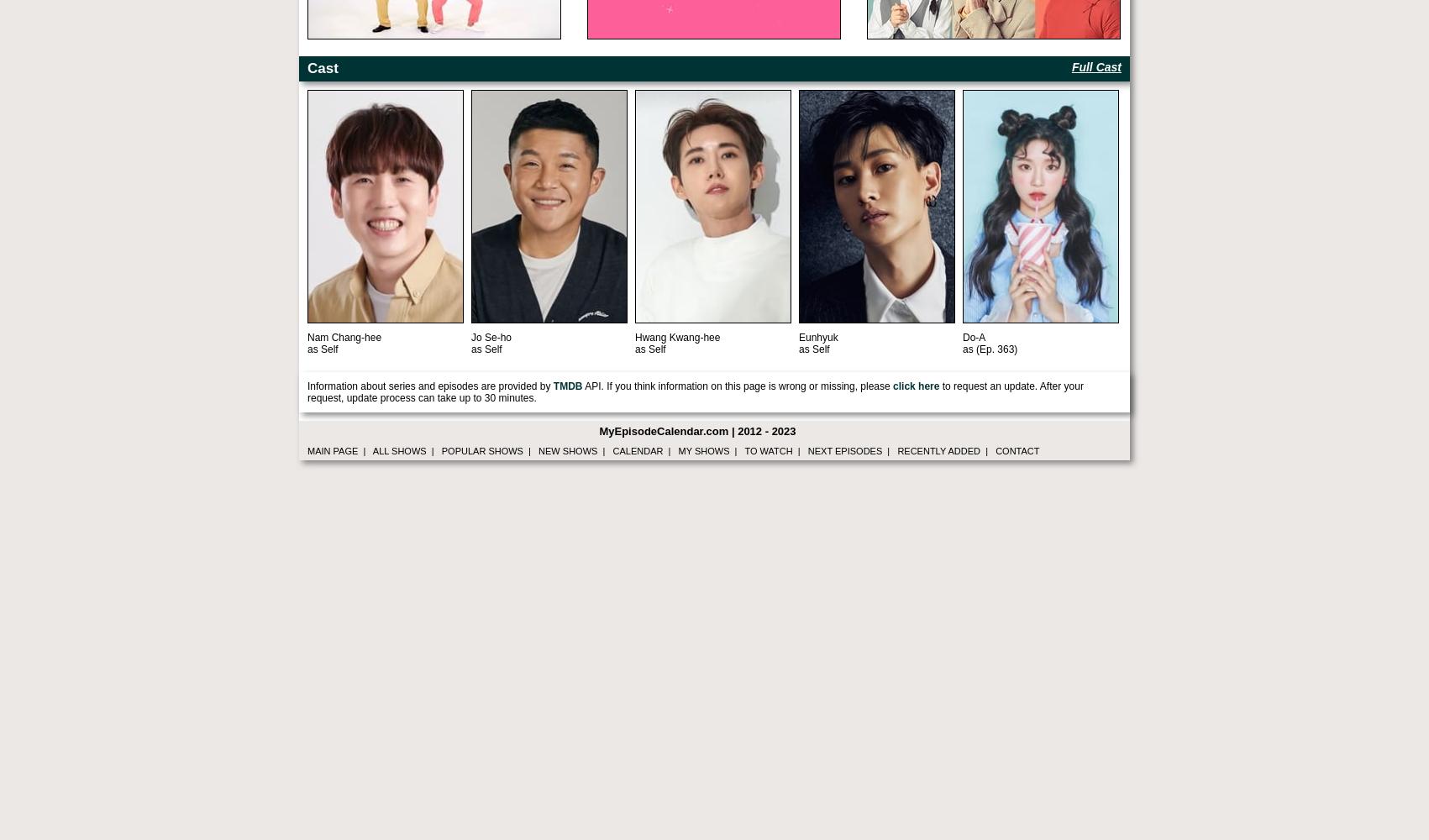 This screenshot has height=840, width=1429. I want to click on 'RECENTLY ADDED', so click(938, 451).